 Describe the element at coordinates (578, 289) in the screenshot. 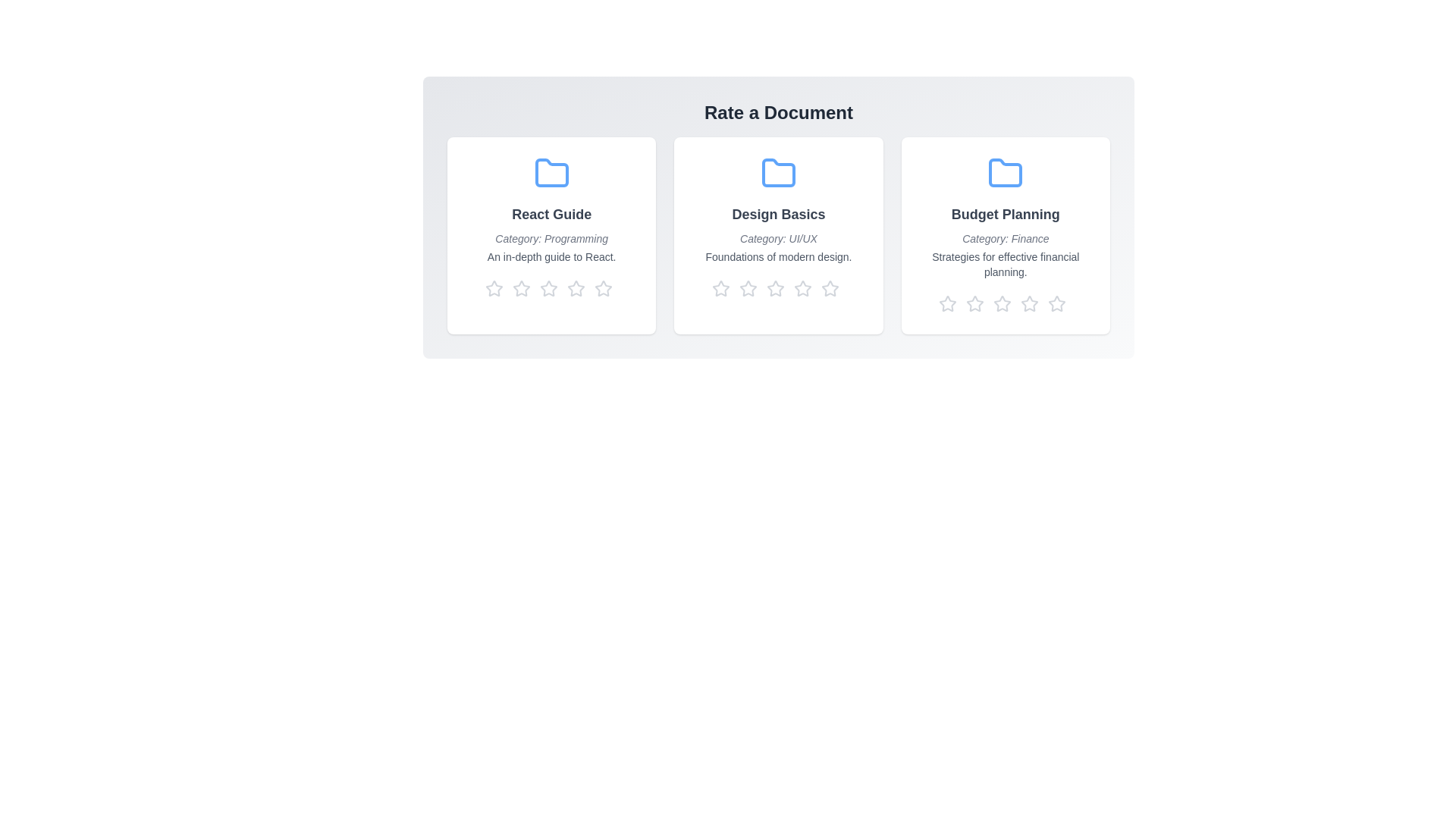

I see `the star corresponding to 4 stars to preview the rating` at that location.